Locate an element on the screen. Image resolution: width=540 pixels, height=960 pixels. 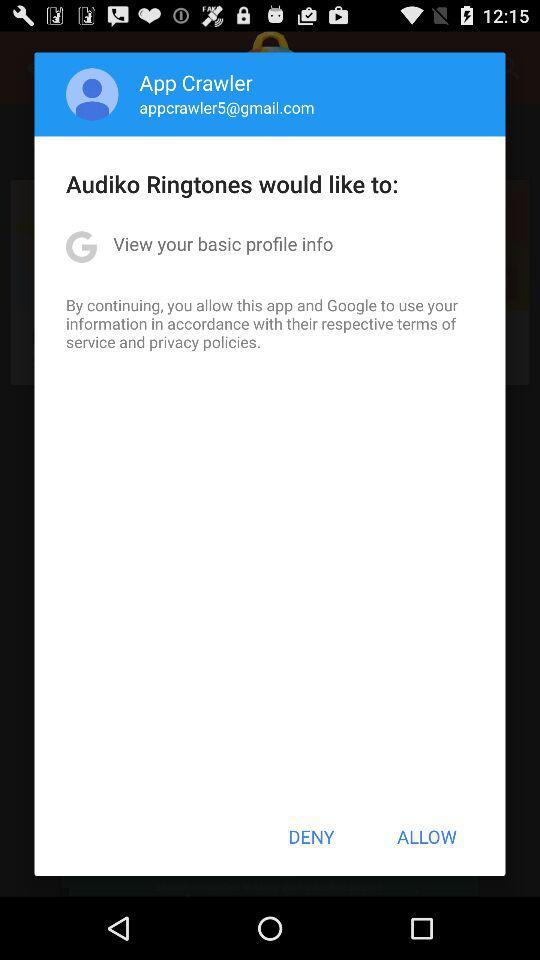
the icon above audiko ringtones would item is located at coordinates (91, 94).